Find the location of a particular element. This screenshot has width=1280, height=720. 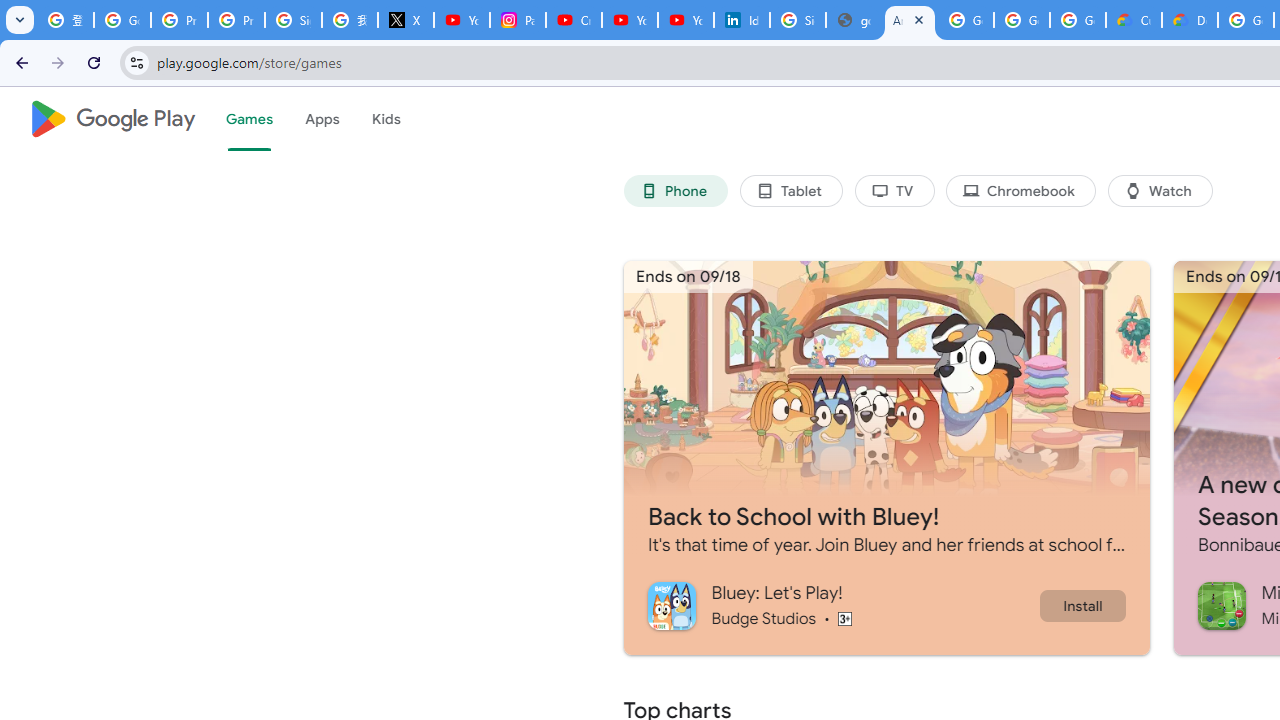

'Google Play logo' is located at coordinates (111, 119).